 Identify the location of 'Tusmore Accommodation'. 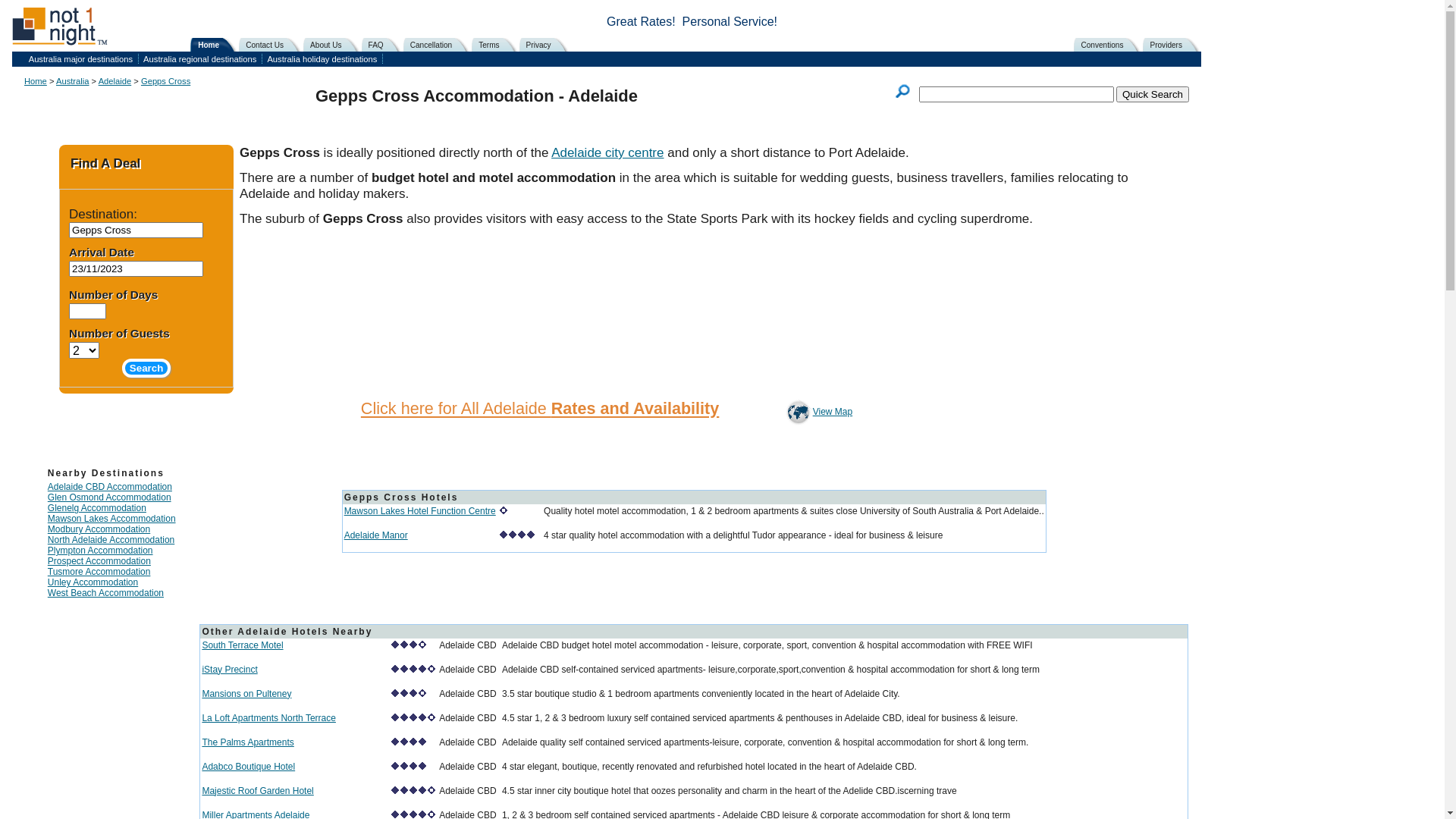
(98, 571).